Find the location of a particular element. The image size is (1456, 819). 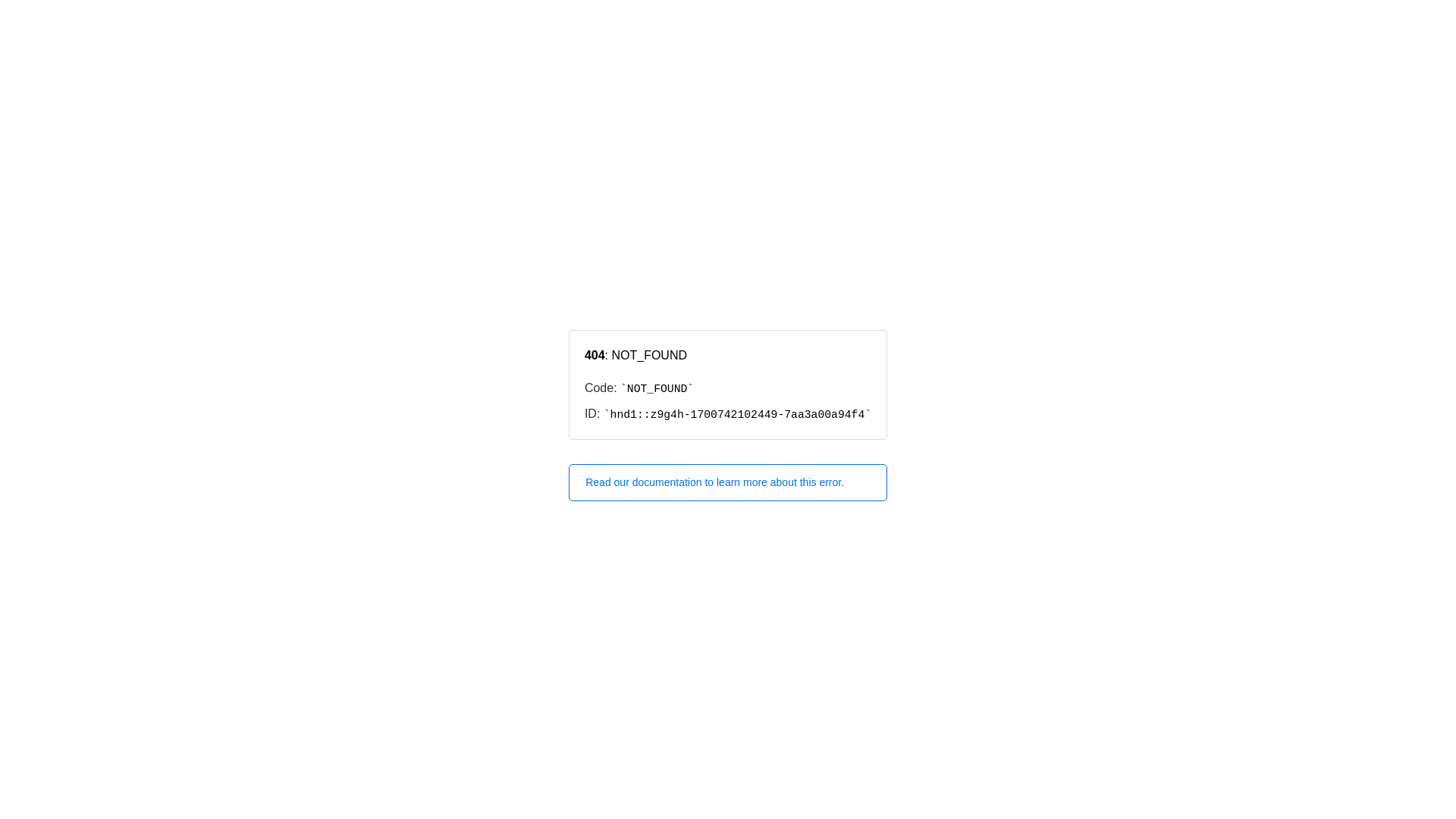

'Read our documentation to learn more about this error.' is located at coordinates (728, 482).